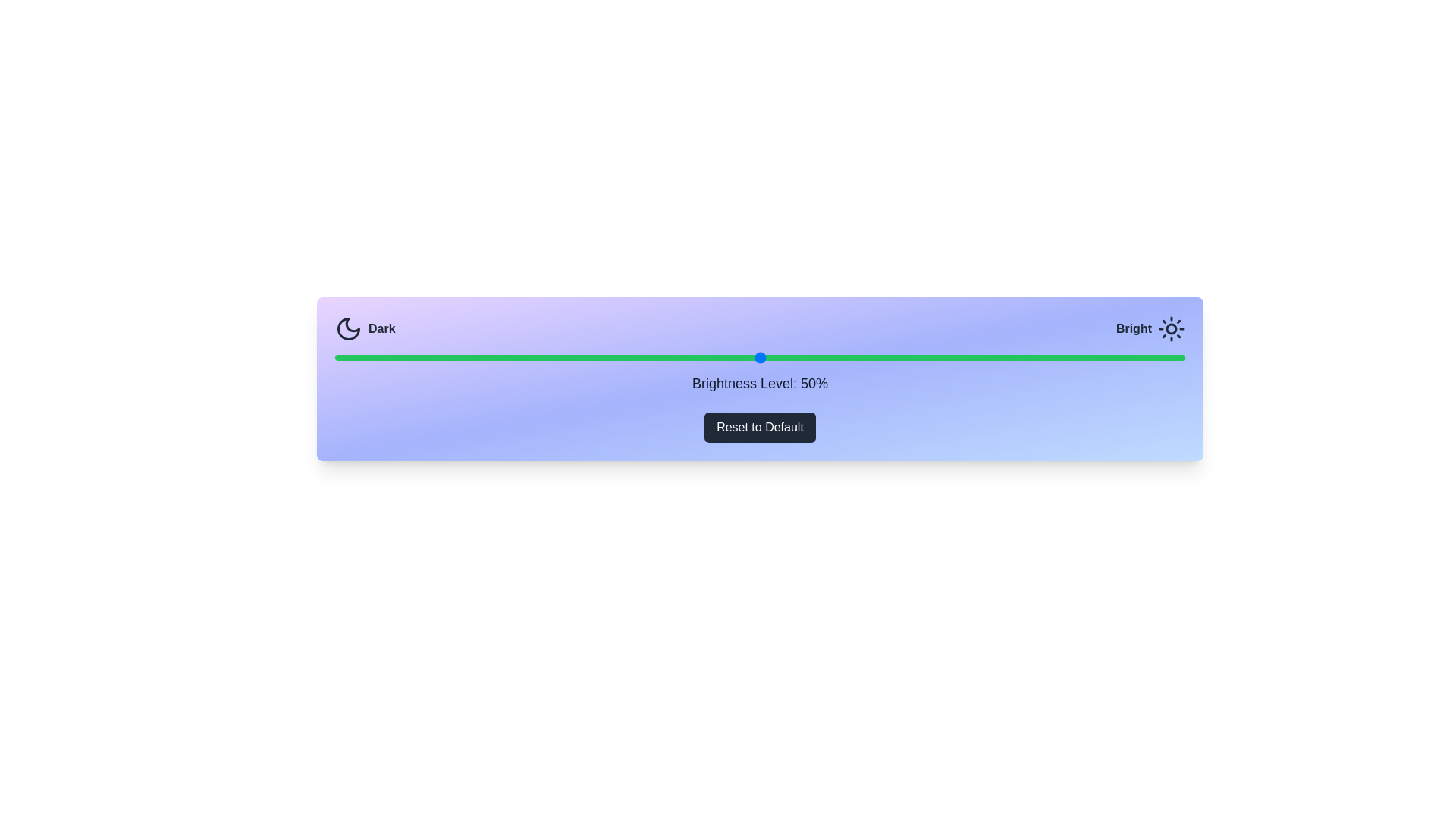  Describe the element at coordinates (887, 357) in the screenshot. I see `the brightness slider to 65%` at that location.